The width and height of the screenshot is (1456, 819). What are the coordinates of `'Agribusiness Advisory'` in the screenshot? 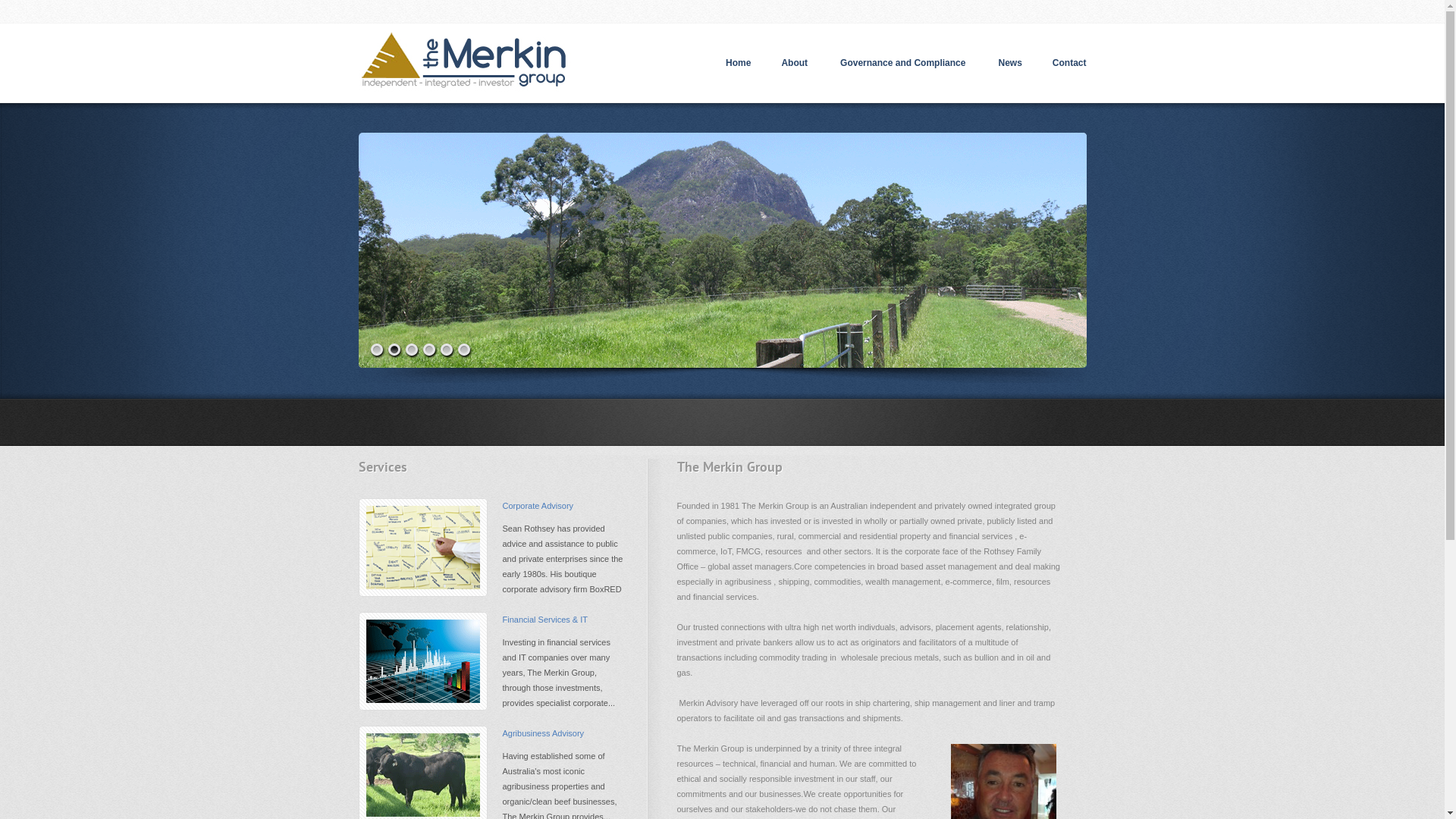 It's located at (542, 733).